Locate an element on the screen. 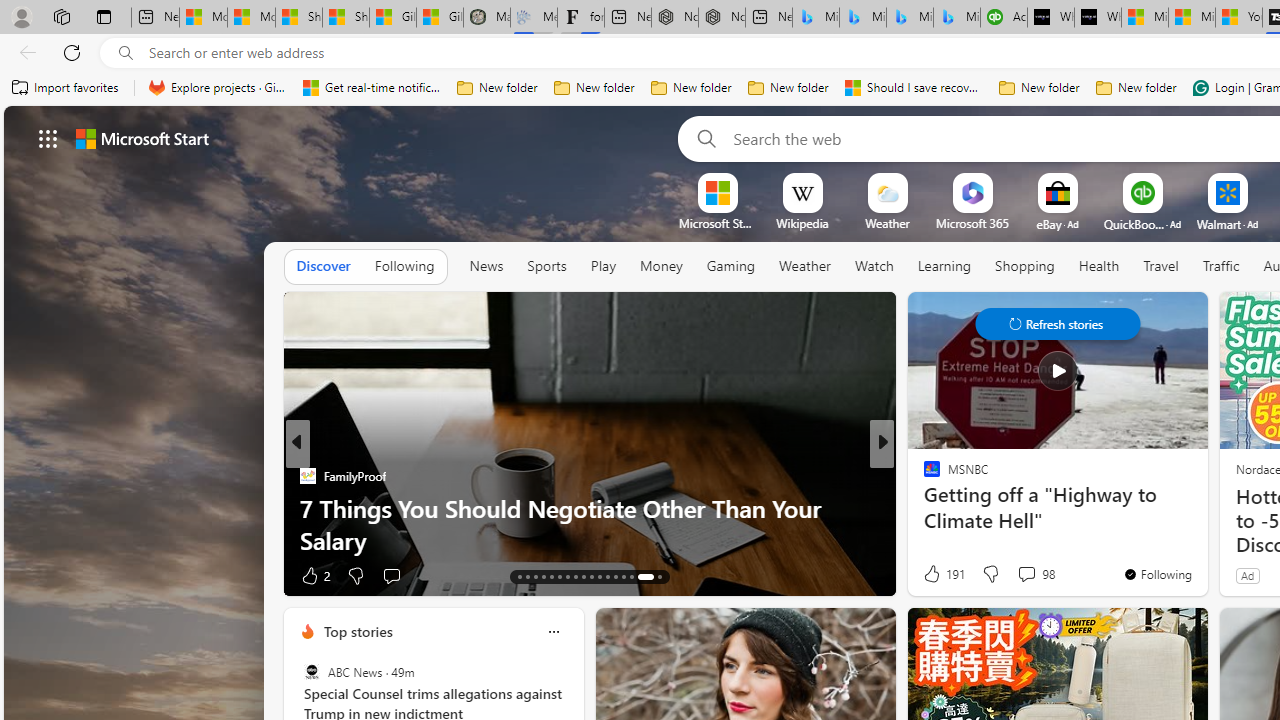  'Gaming' is located at coordinates (729, 265).